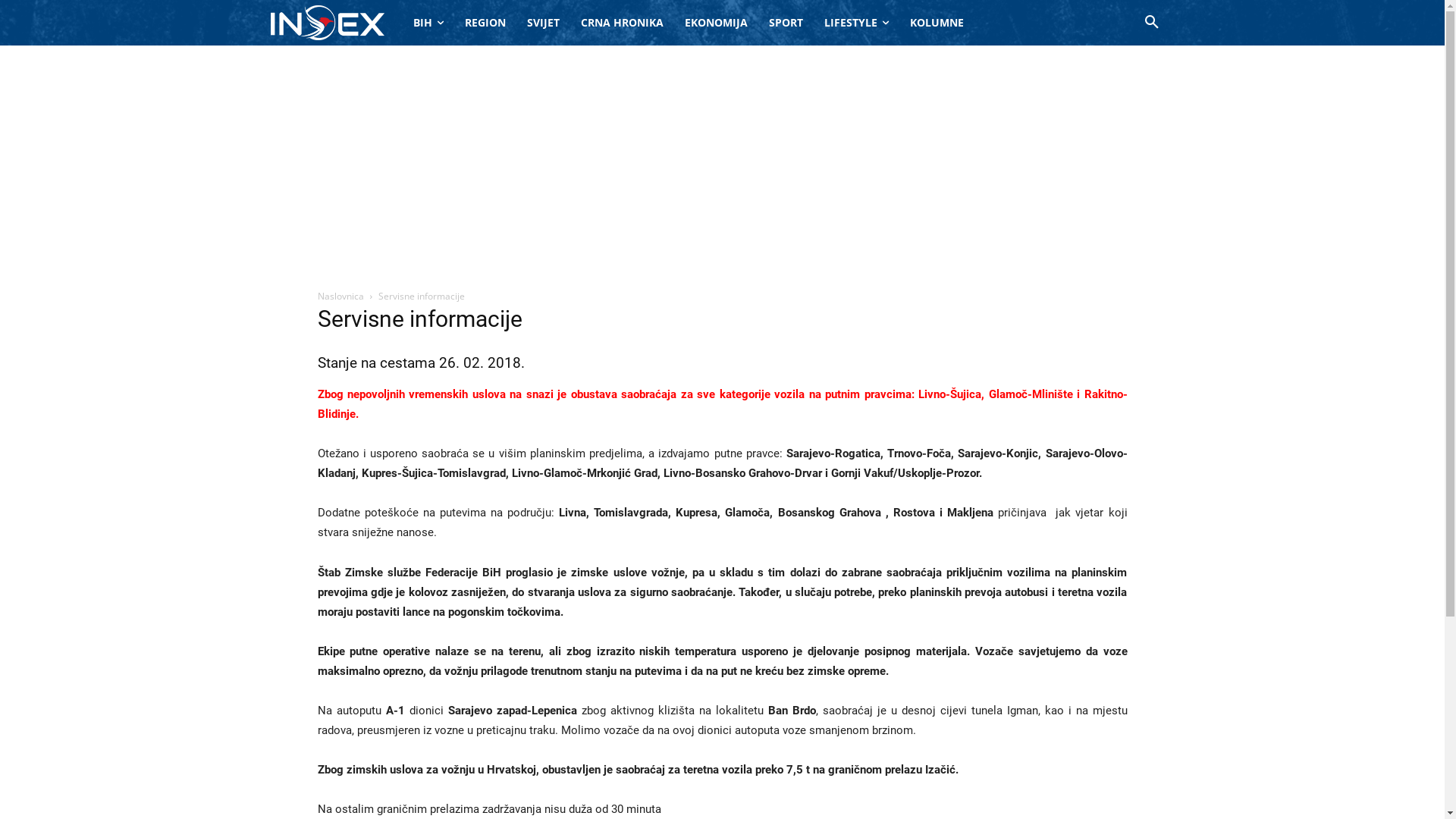 The height and width of the screenshot is (819, 1456). Describe the element at coordinates (339, 296) in the screenshot. I see `'Naslovnica'` at that location.